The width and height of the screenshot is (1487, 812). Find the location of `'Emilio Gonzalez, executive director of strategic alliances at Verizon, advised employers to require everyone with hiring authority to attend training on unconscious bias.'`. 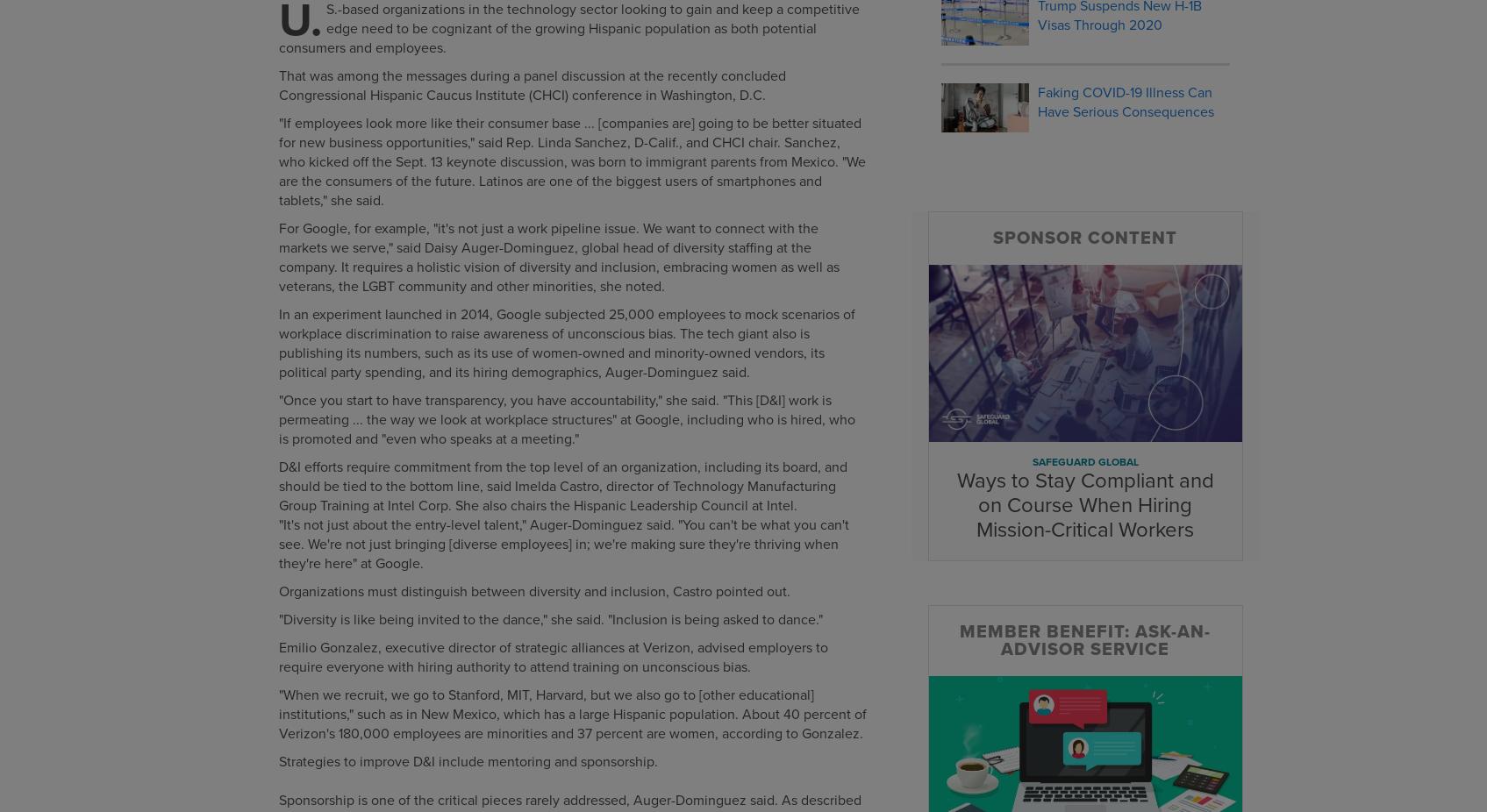

'Emilio Gonzalez, executive director of strategic alliances at Verizon, advised employers to require everyone with hiring authority to attend training on unconscious bias.' is located at coordinates (277, 657).